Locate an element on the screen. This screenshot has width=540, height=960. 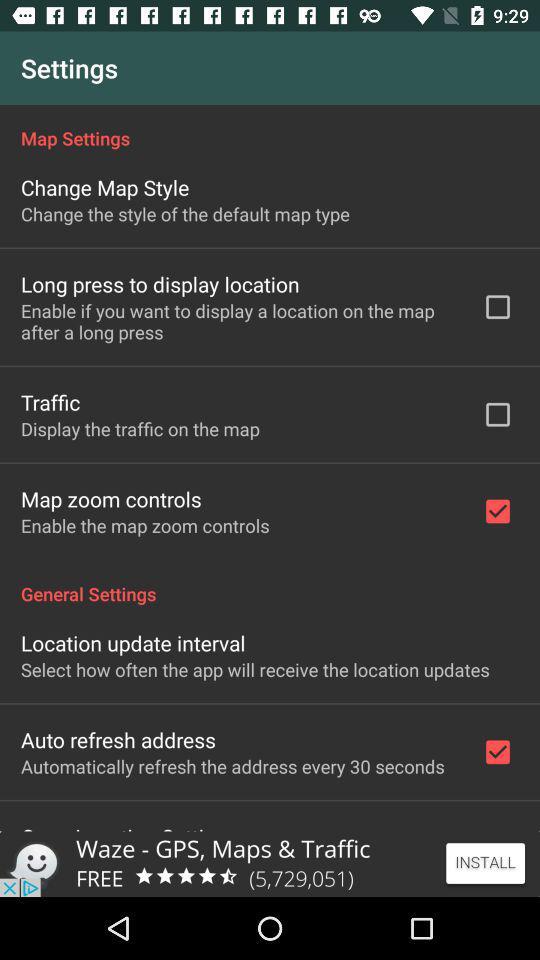
the icon above the open location settings icon is located at coordinates (231, 765).